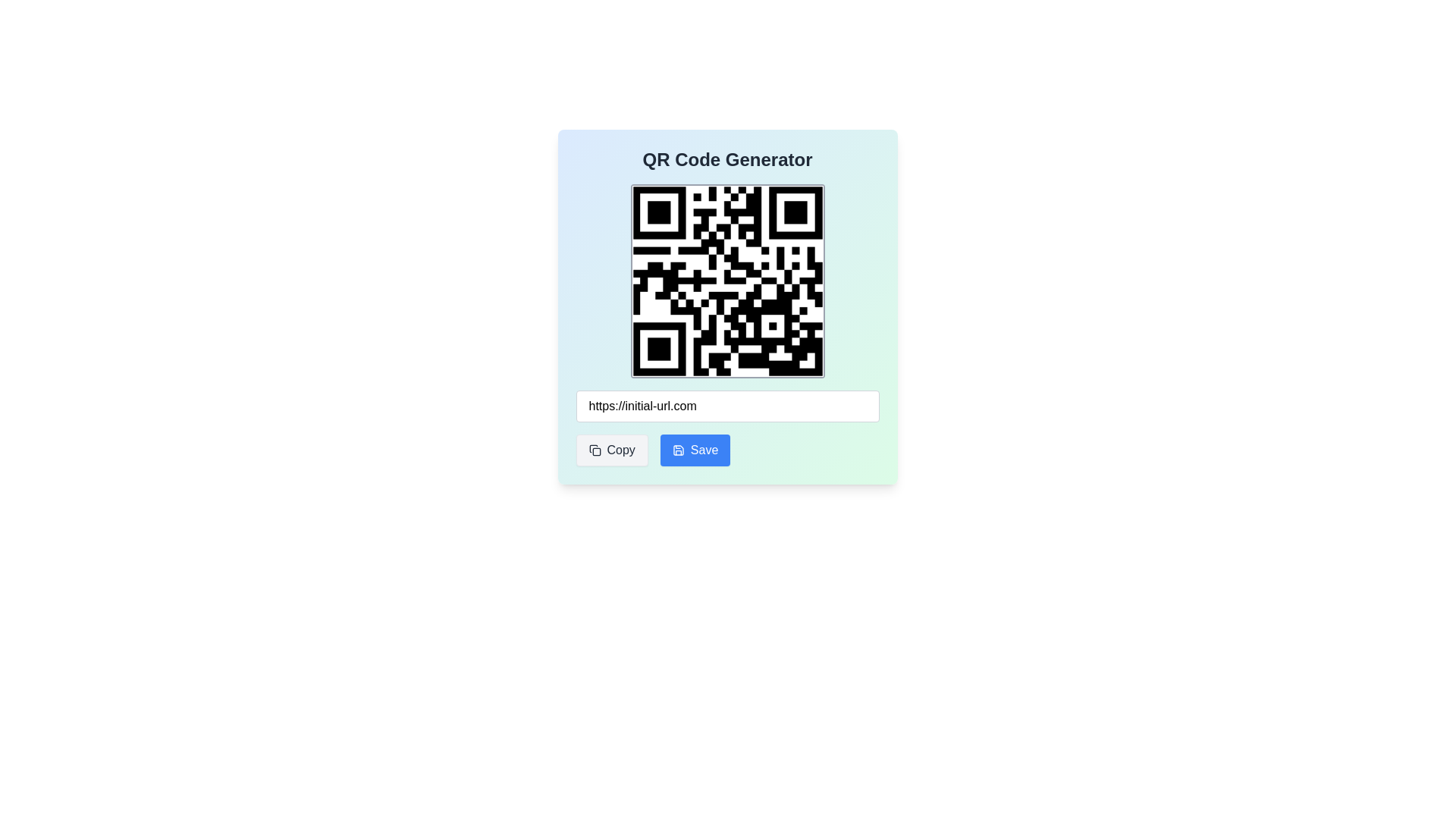 This screenshot has width=1456, height=819. Describe the element at coordinates (621, 450) in the screenshot. I see `the labeling text within the 'Copy' button component` at that location.